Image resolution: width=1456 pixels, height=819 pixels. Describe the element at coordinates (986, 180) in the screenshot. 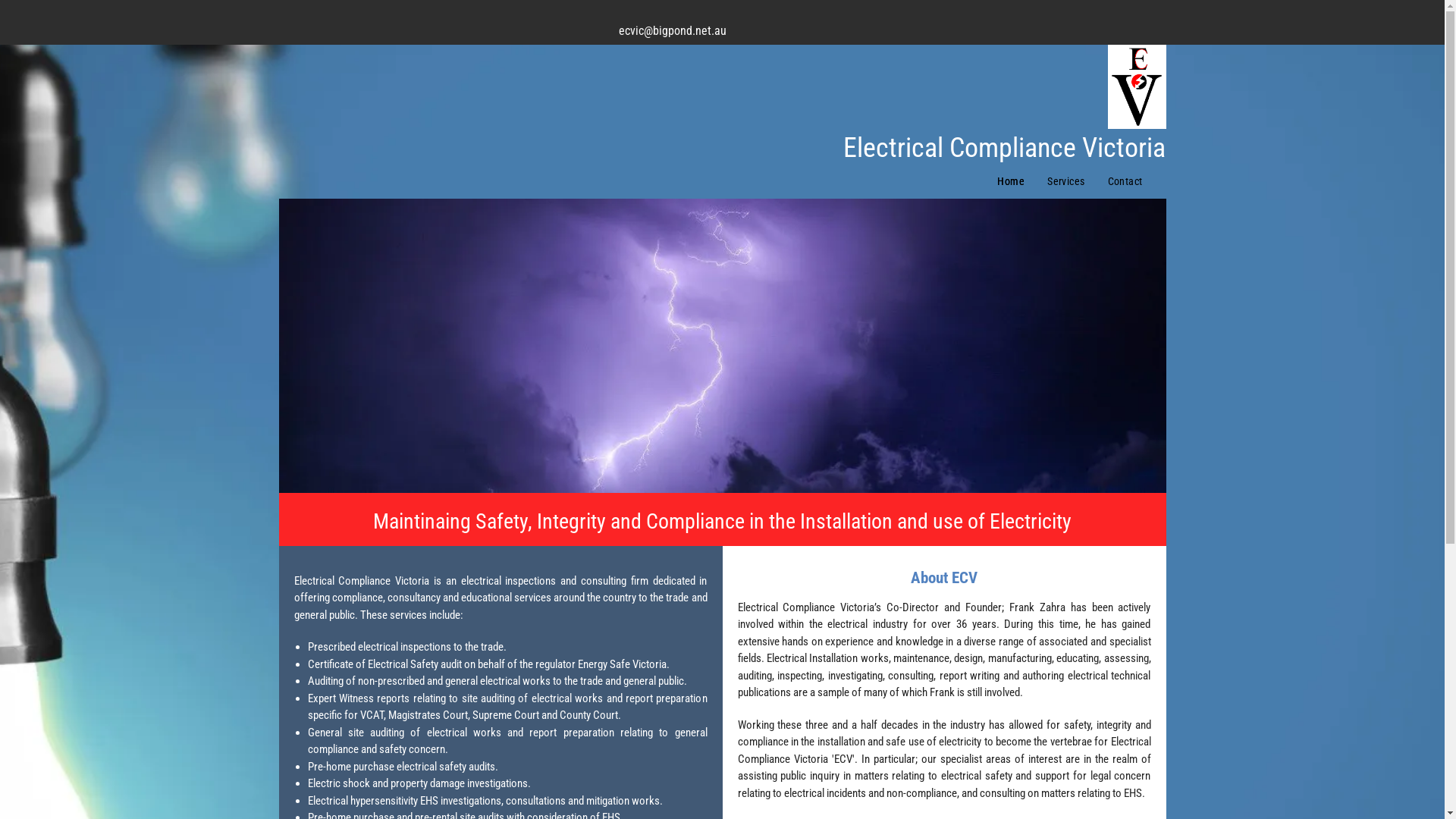

I see `'Home'` at that location.